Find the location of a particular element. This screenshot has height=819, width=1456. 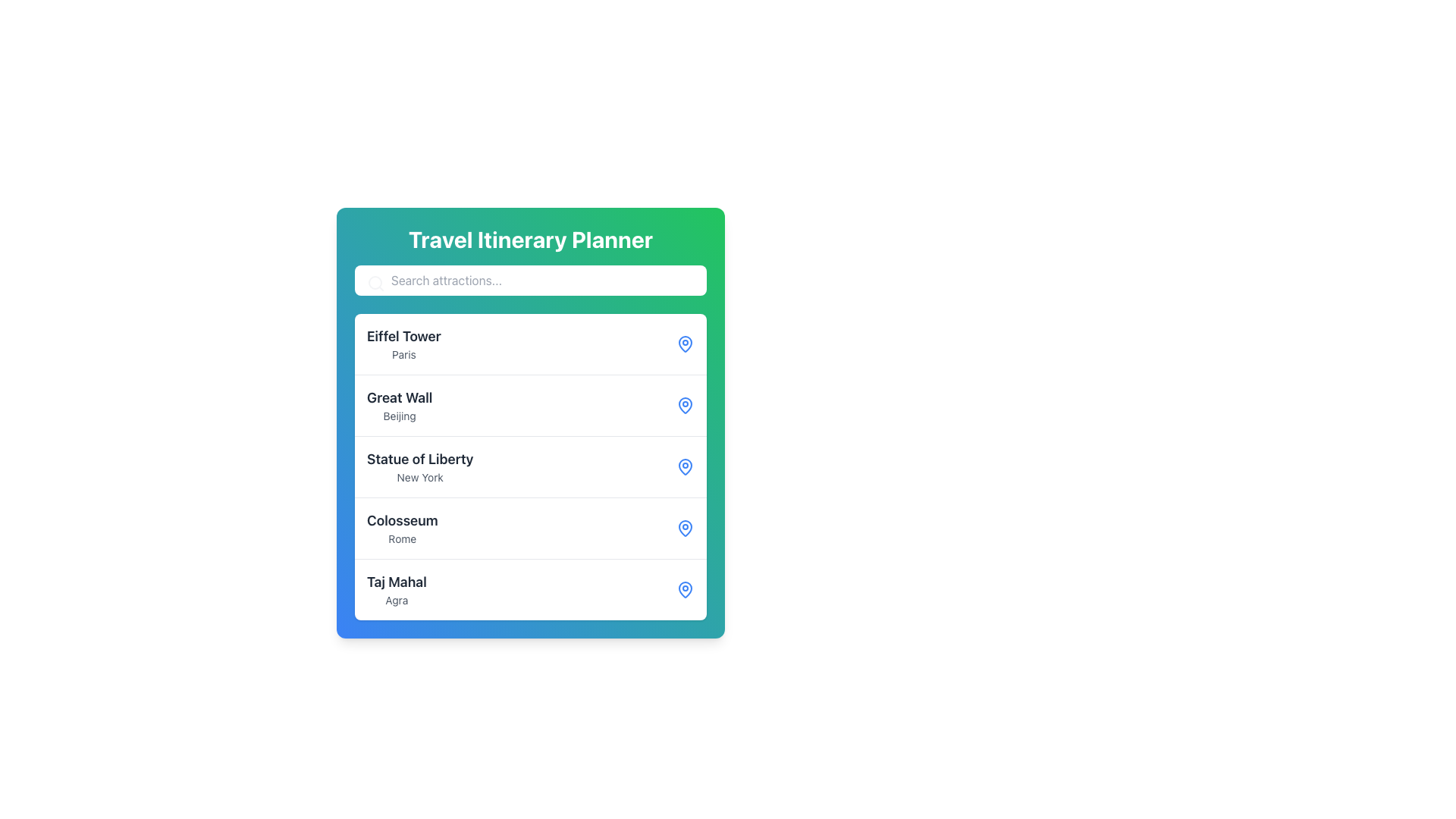

the fourth list item for the 'Colosseum' attraction in Rome is located at coordinates (531, 526).